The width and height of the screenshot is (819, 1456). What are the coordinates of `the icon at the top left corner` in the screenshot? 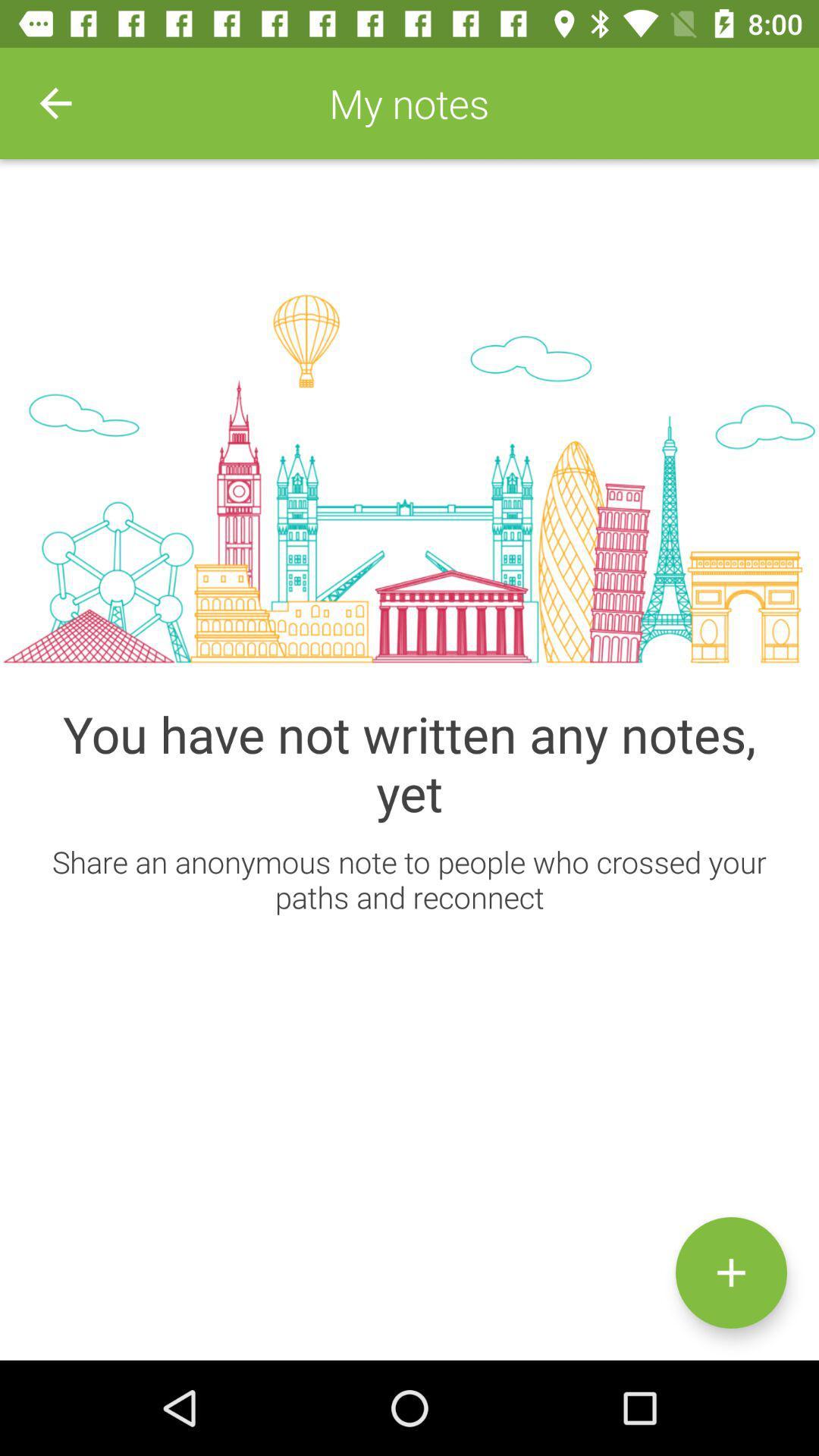 It's located at (55, 102).